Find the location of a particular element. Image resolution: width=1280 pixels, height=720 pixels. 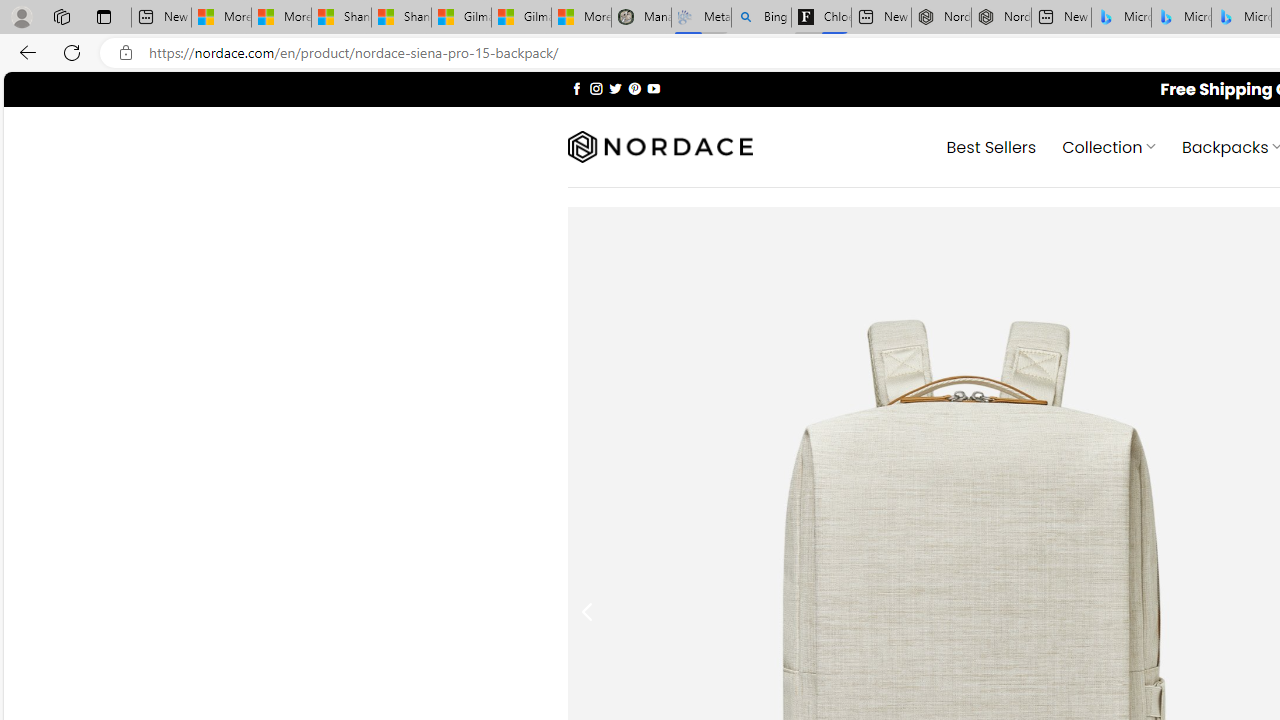

'Bing Real Estate - Home sales and rental listings' is located at coordinates (760, 17).